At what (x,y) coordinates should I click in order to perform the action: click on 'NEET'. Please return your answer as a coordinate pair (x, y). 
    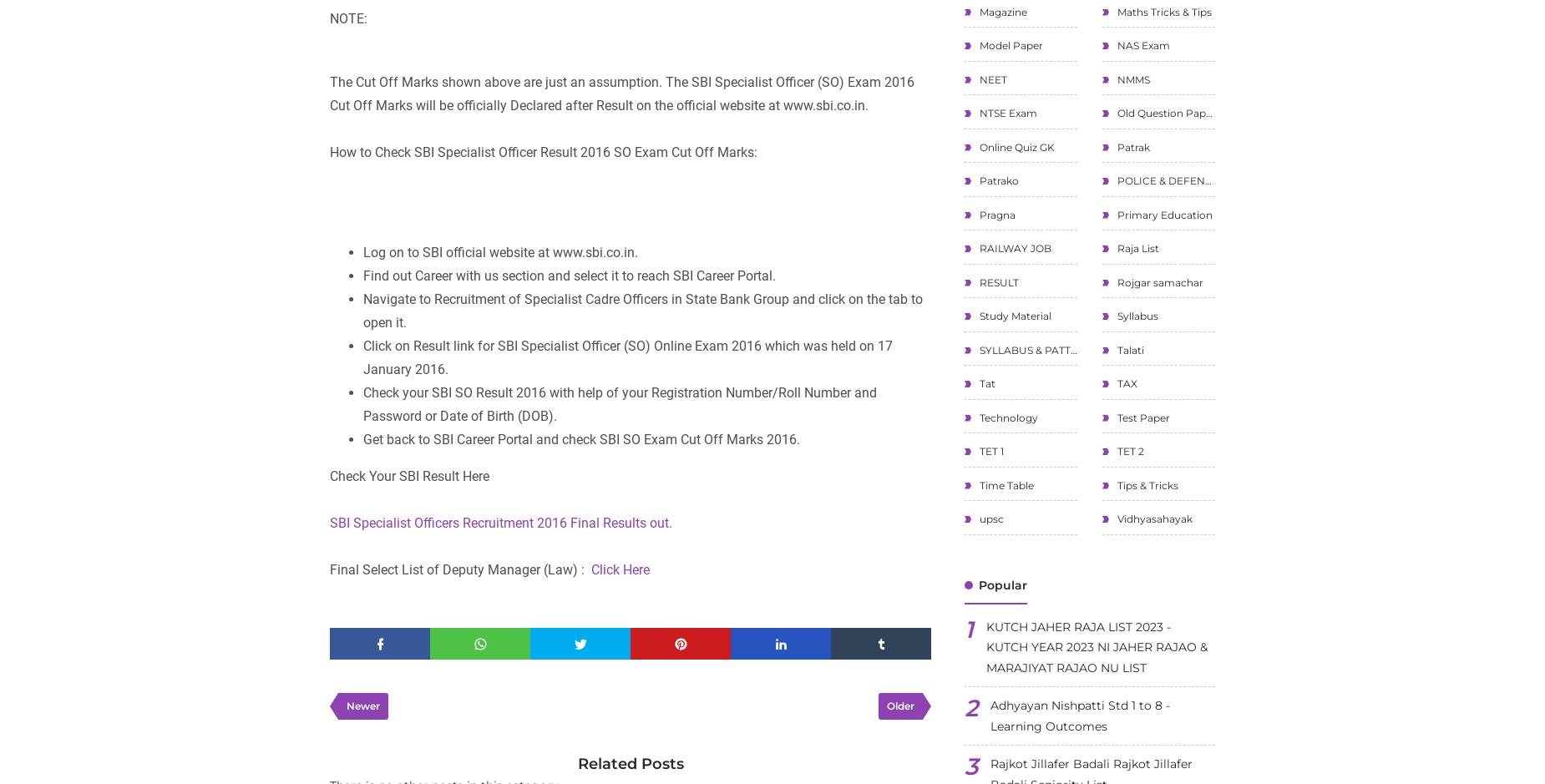
    Looking at the image, I should click on (991, 78).